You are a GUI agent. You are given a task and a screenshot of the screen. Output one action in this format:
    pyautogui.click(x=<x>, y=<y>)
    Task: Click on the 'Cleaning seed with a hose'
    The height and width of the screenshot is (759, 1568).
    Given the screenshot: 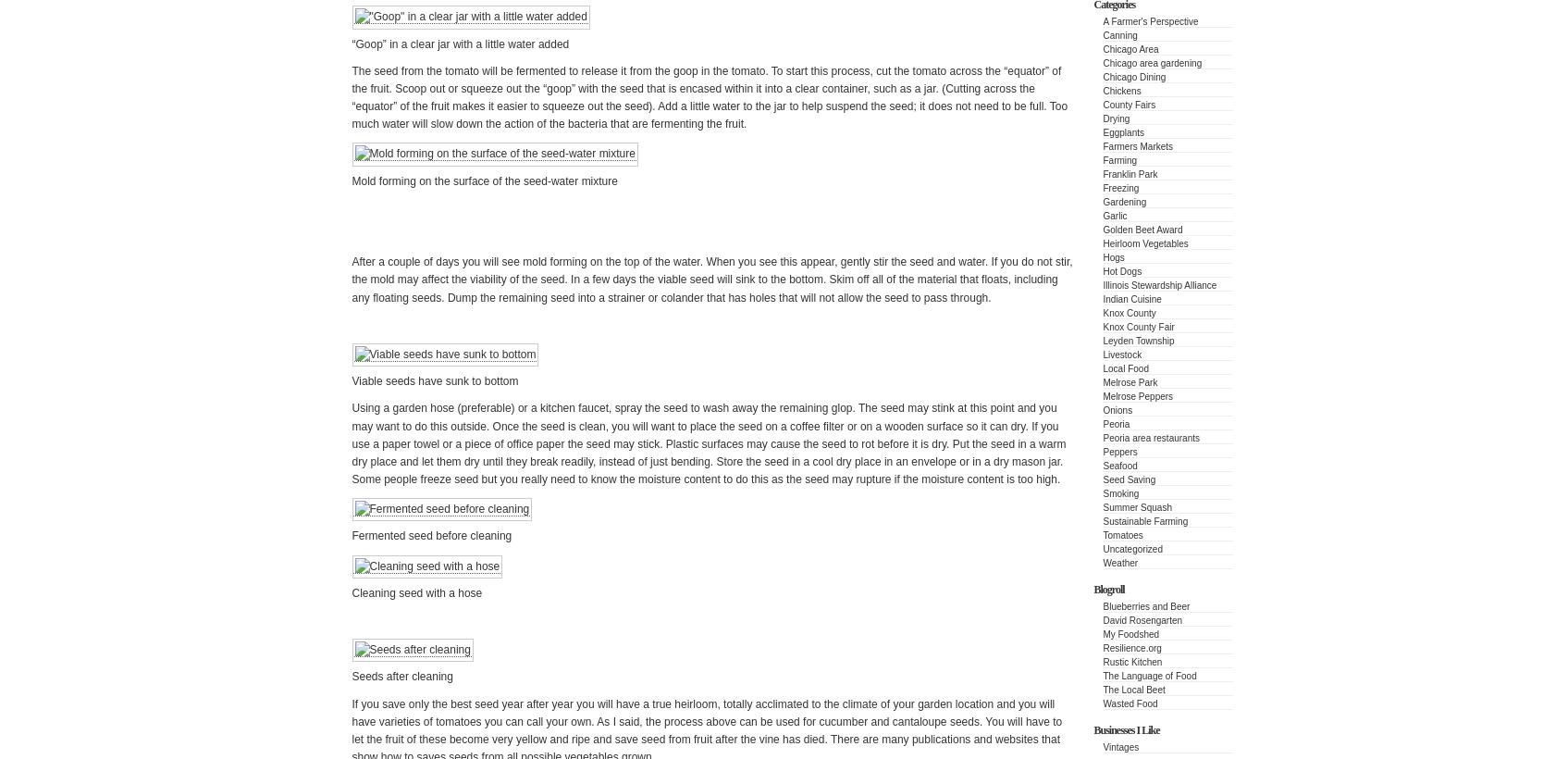 What is the action you would take?
    pyautogui.click(x=416, y=591)
    